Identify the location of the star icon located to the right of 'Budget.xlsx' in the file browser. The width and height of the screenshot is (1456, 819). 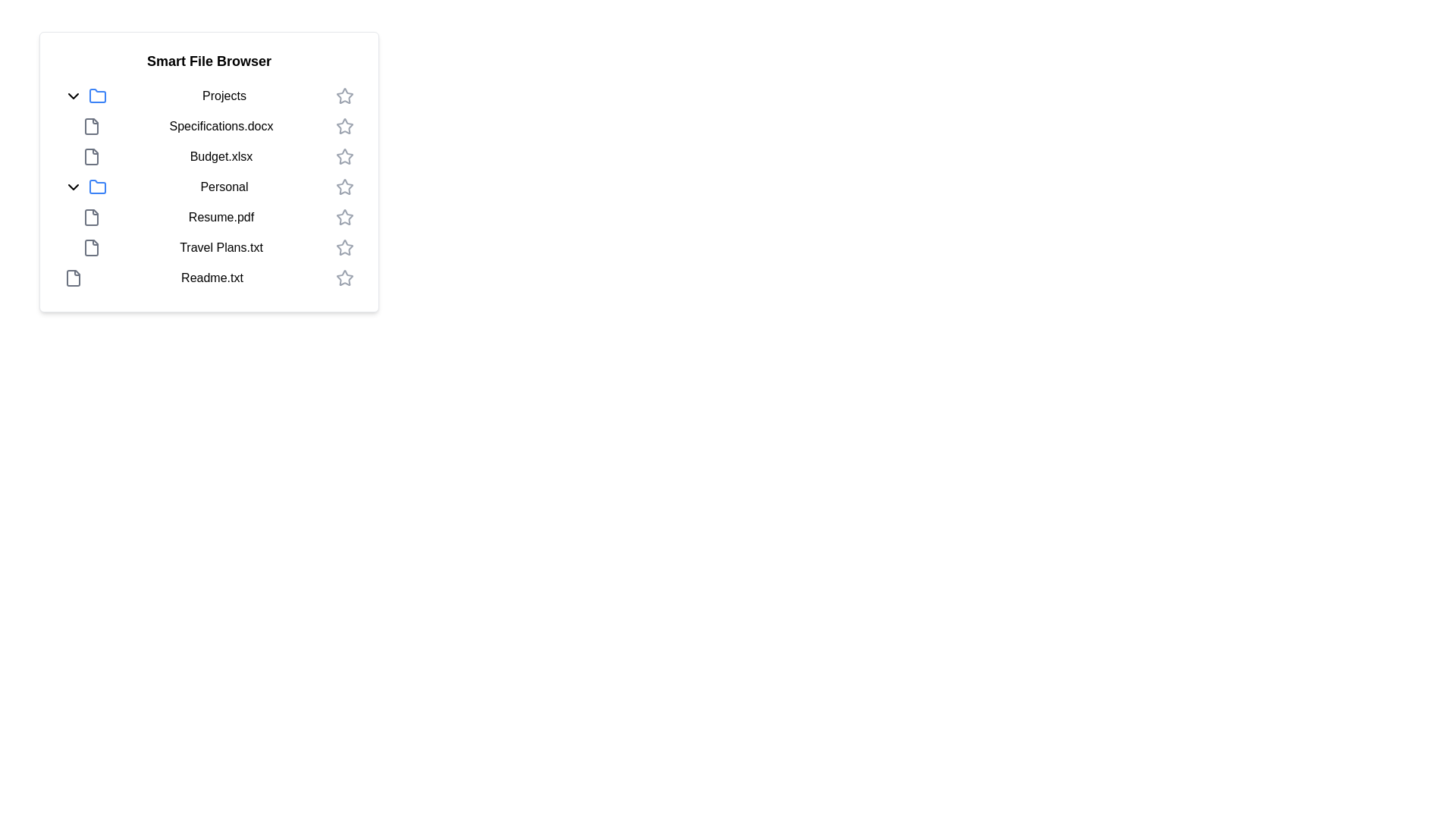
(344, 156).